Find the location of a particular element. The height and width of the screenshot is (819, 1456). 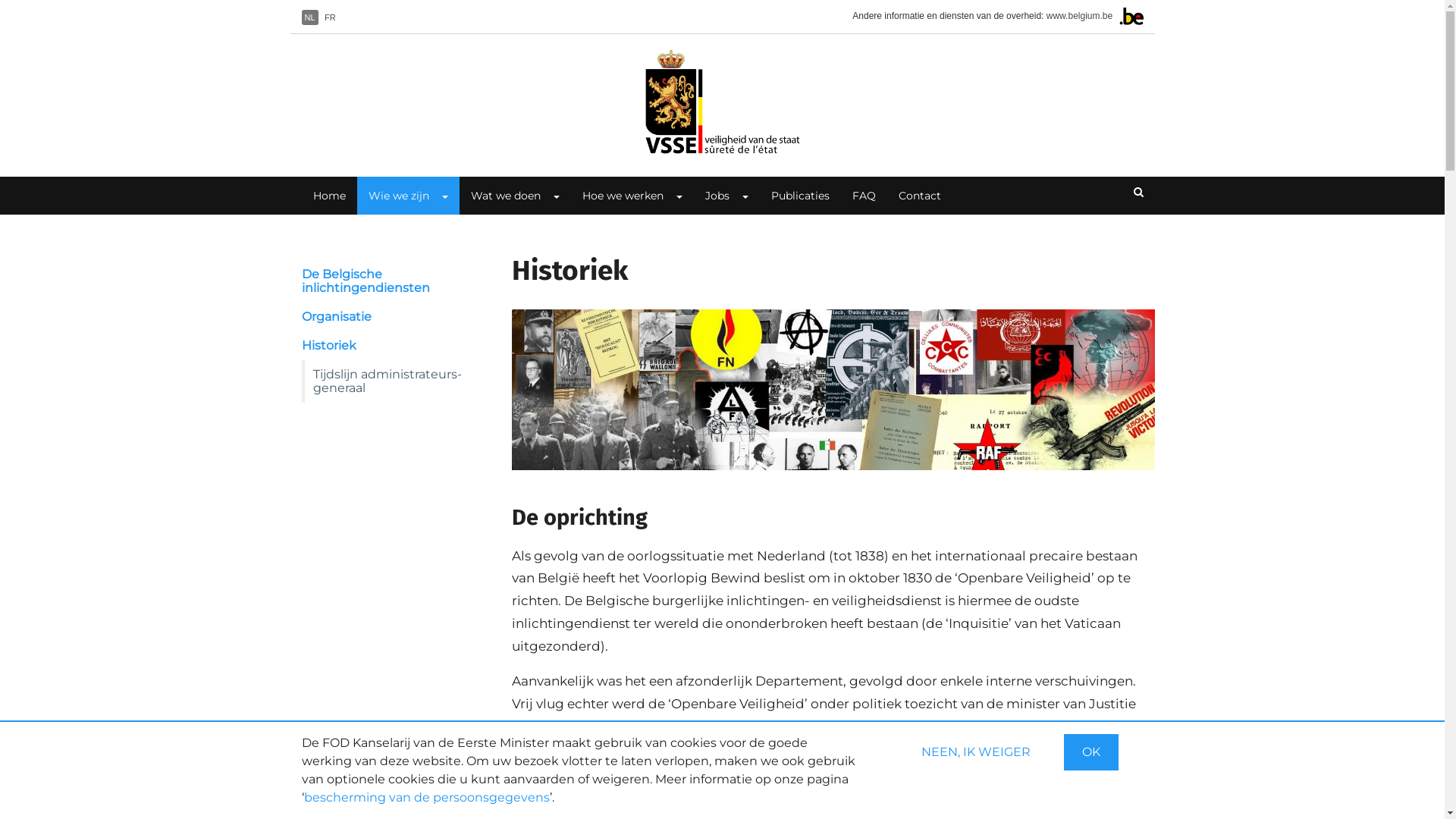

'Historiek' is located at coordinates (389, 345).